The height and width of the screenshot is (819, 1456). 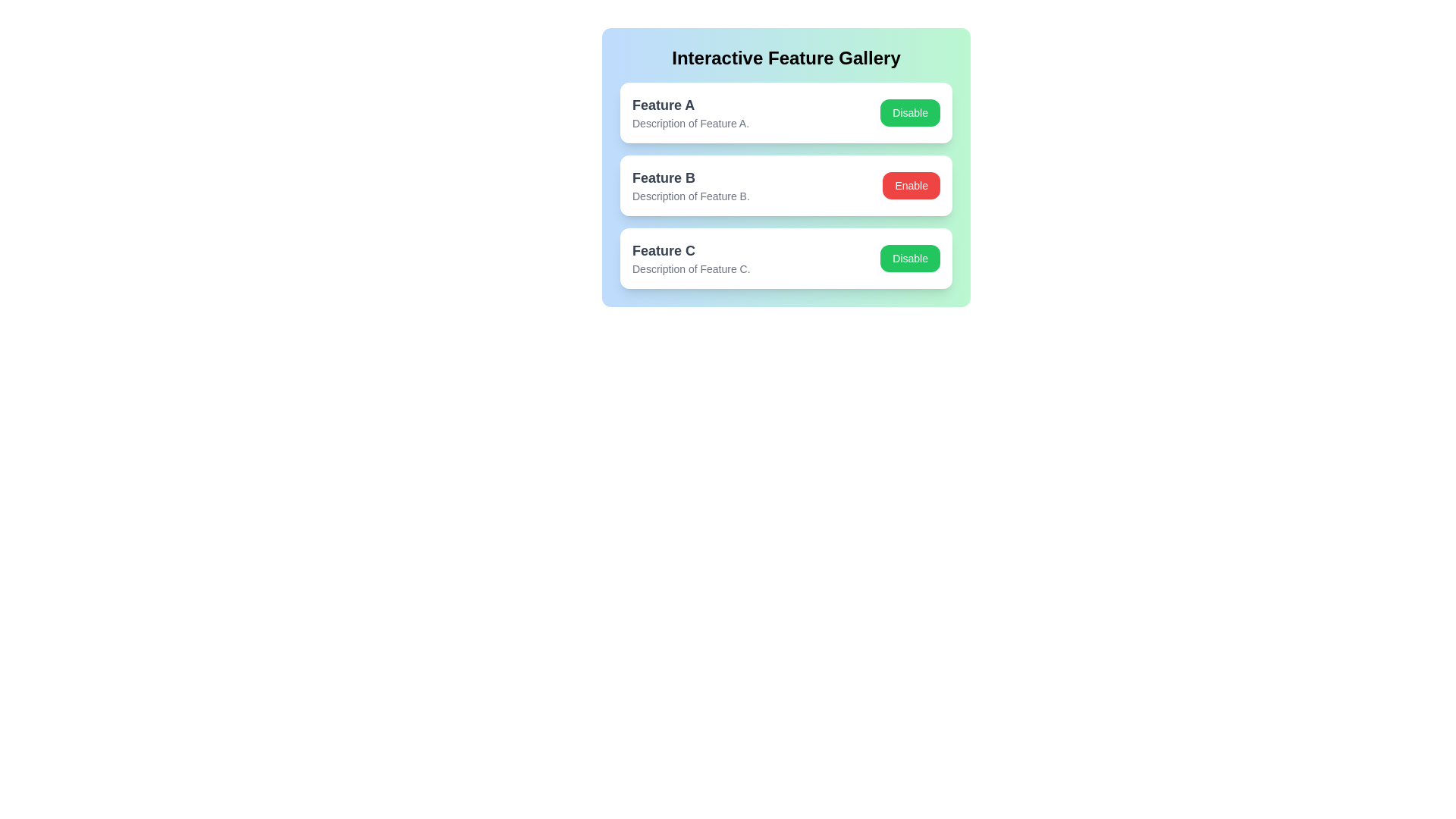 What do you see at coordinates (786, 112) in the screenshot?
I see `the feature Feature A to observe the hover effect` at bounding box center [786, 112].